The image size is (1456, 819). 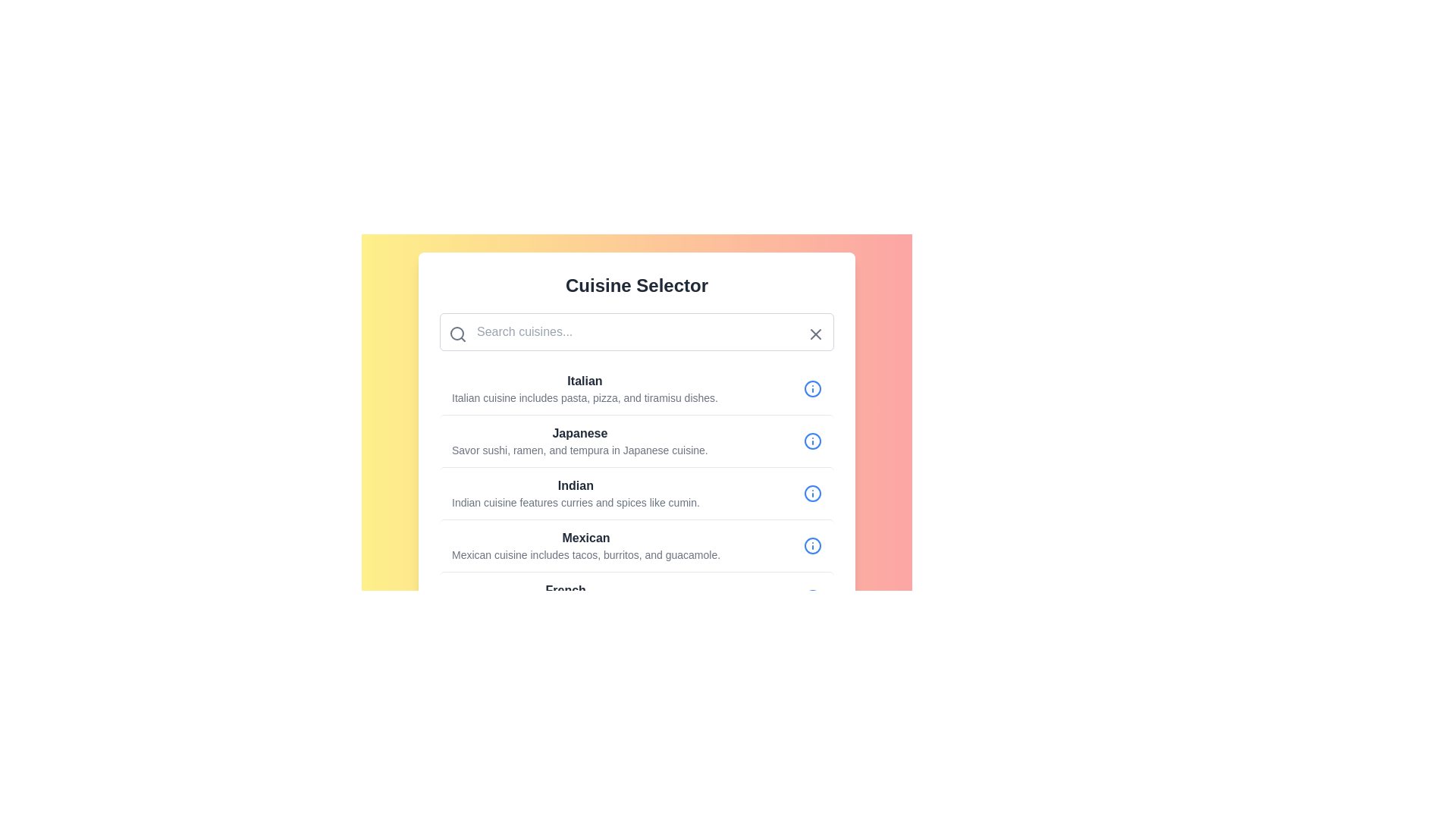 What do you see at coordinates (637, 447) in the screenshot?
I see `the 'Japanese' list item in the stack view` at bounding box center [637, 447].